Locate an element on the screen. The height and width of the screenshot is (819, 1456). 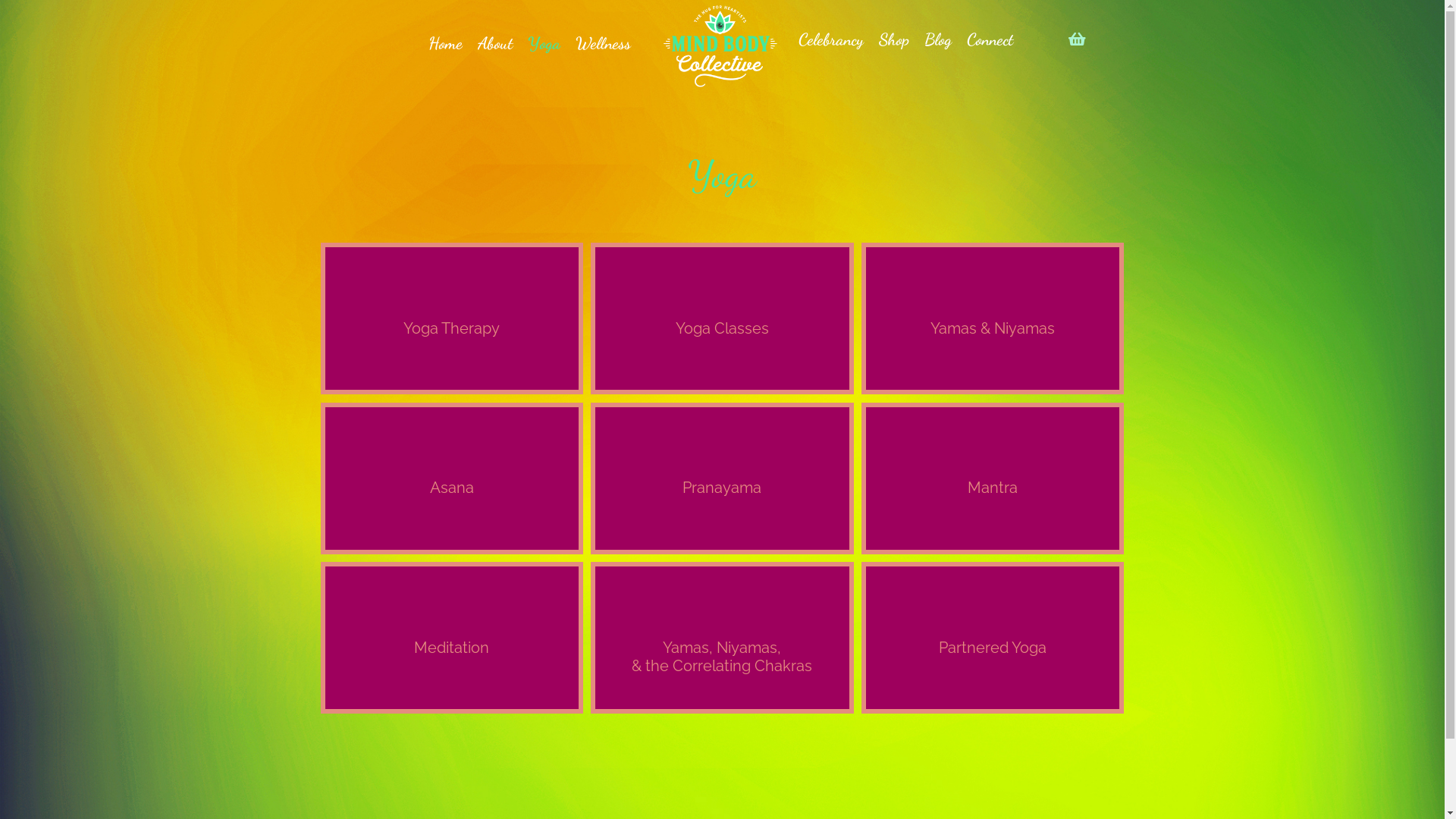
'Blog' is located at coordinates (937, 39).